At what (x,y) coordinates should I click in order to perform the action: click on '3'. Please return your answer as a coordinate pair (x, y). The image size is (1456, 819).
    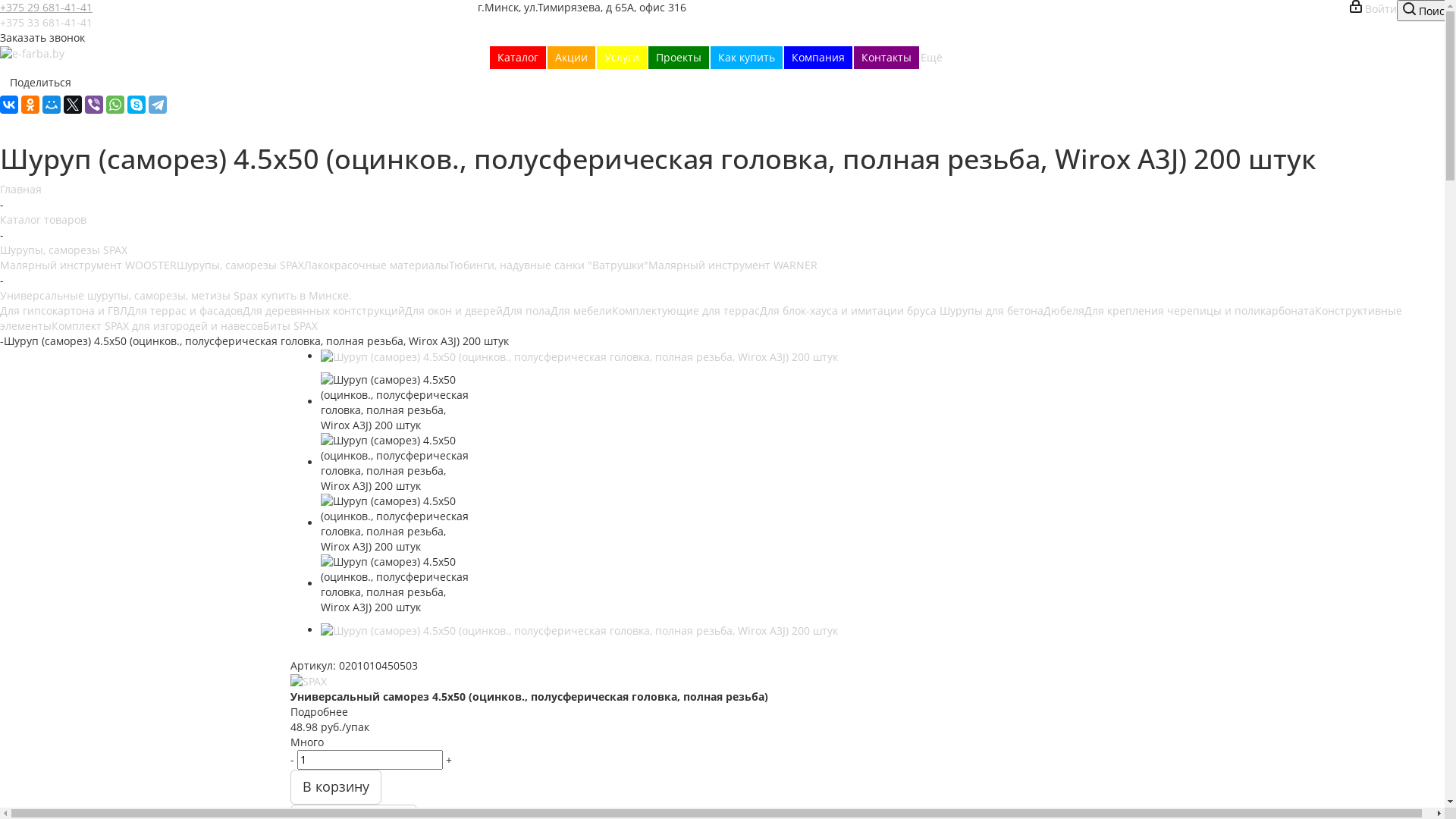
    Looking at the image, I should click on (325, 651).